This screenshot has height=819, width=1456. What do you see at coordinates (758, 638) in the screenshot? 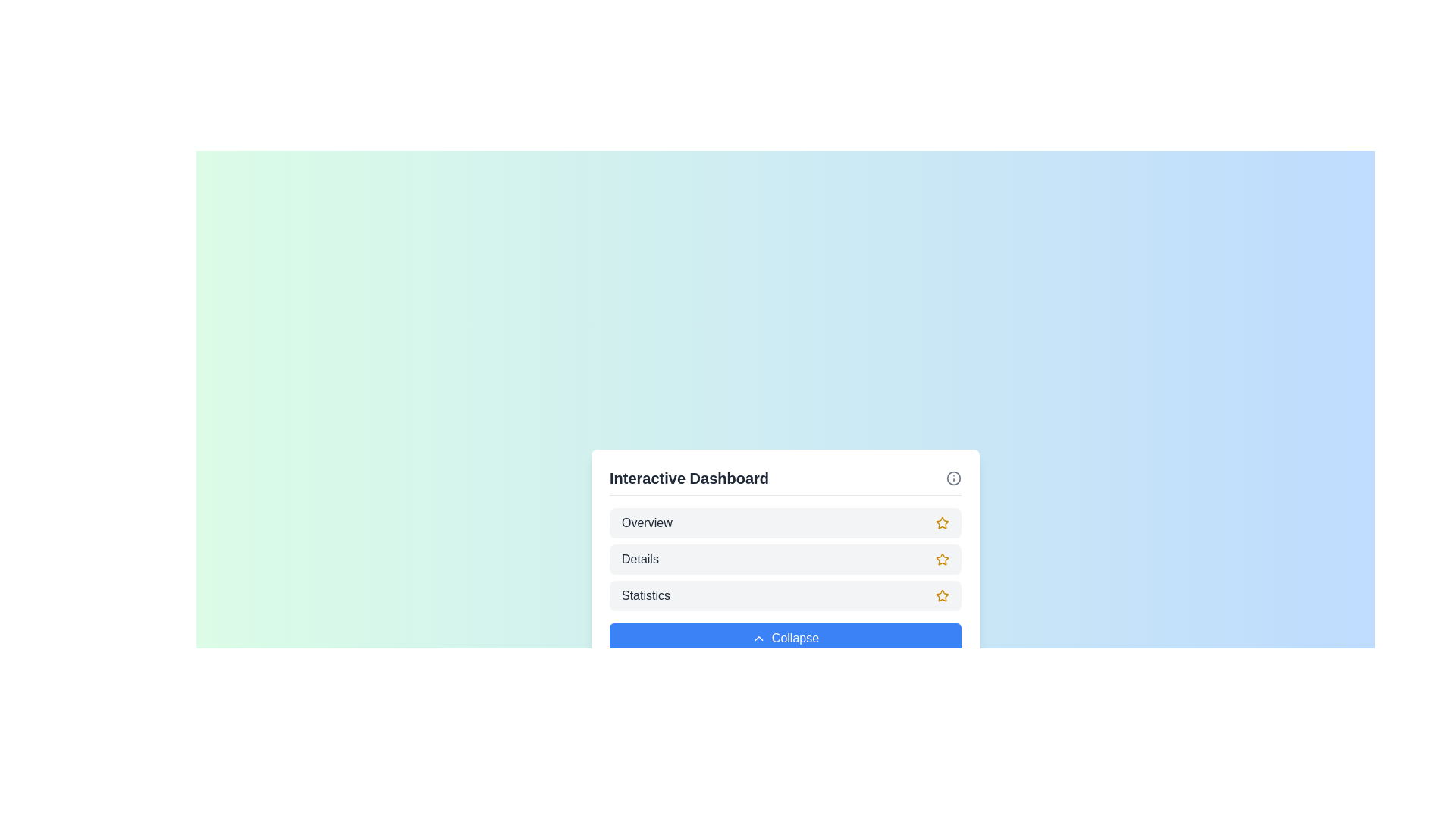
I see `the upward-facing chevron arrow icon located within the blue 'Collapse' button at the bottom of the interactive card` at bounding box center [758, 638].